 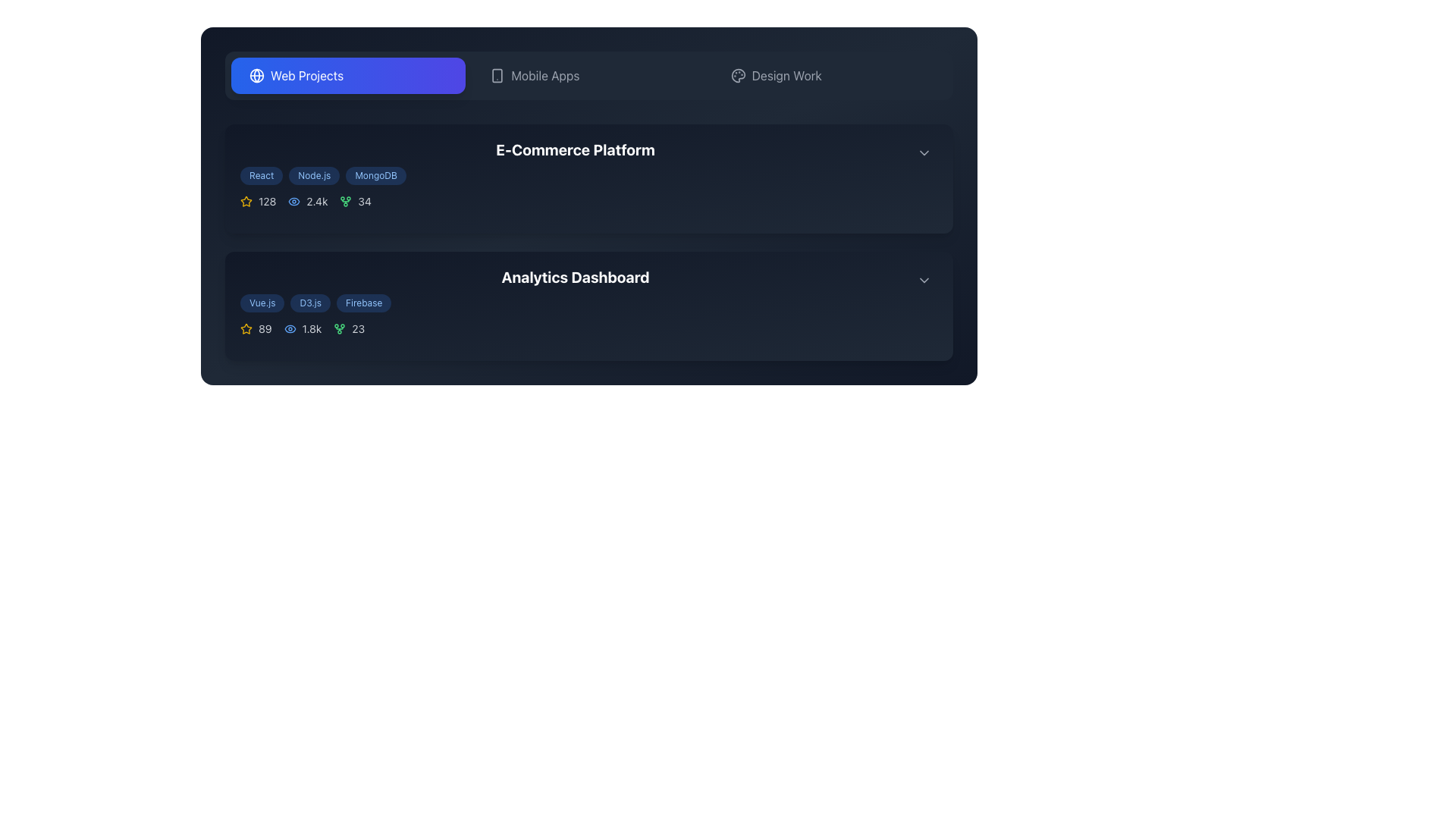 I want to click on the small green git fork icon, which consists of three interconnected circles in a triangular arrangement, located to the right of the numeric label '34', so click(x=345, y=201).